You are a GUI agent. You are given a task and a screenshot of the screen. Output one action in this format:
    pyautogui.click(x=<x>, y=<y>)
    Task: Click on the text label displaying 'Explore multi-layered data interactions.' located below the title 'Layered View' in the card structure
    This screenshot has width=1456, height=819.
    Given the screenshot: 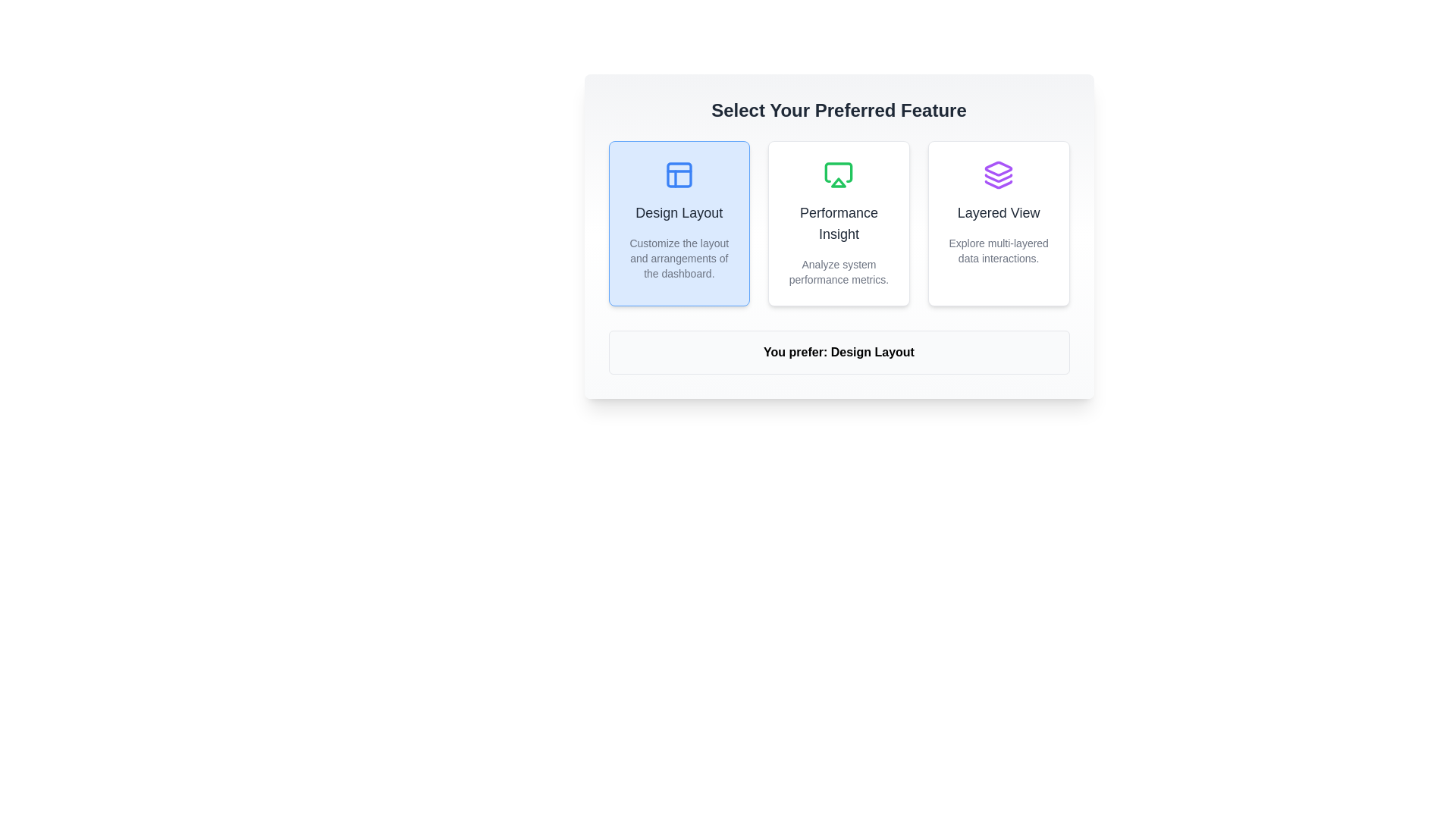 What is the action you would take?
    pyautogui.click(x=999, y=250)
    